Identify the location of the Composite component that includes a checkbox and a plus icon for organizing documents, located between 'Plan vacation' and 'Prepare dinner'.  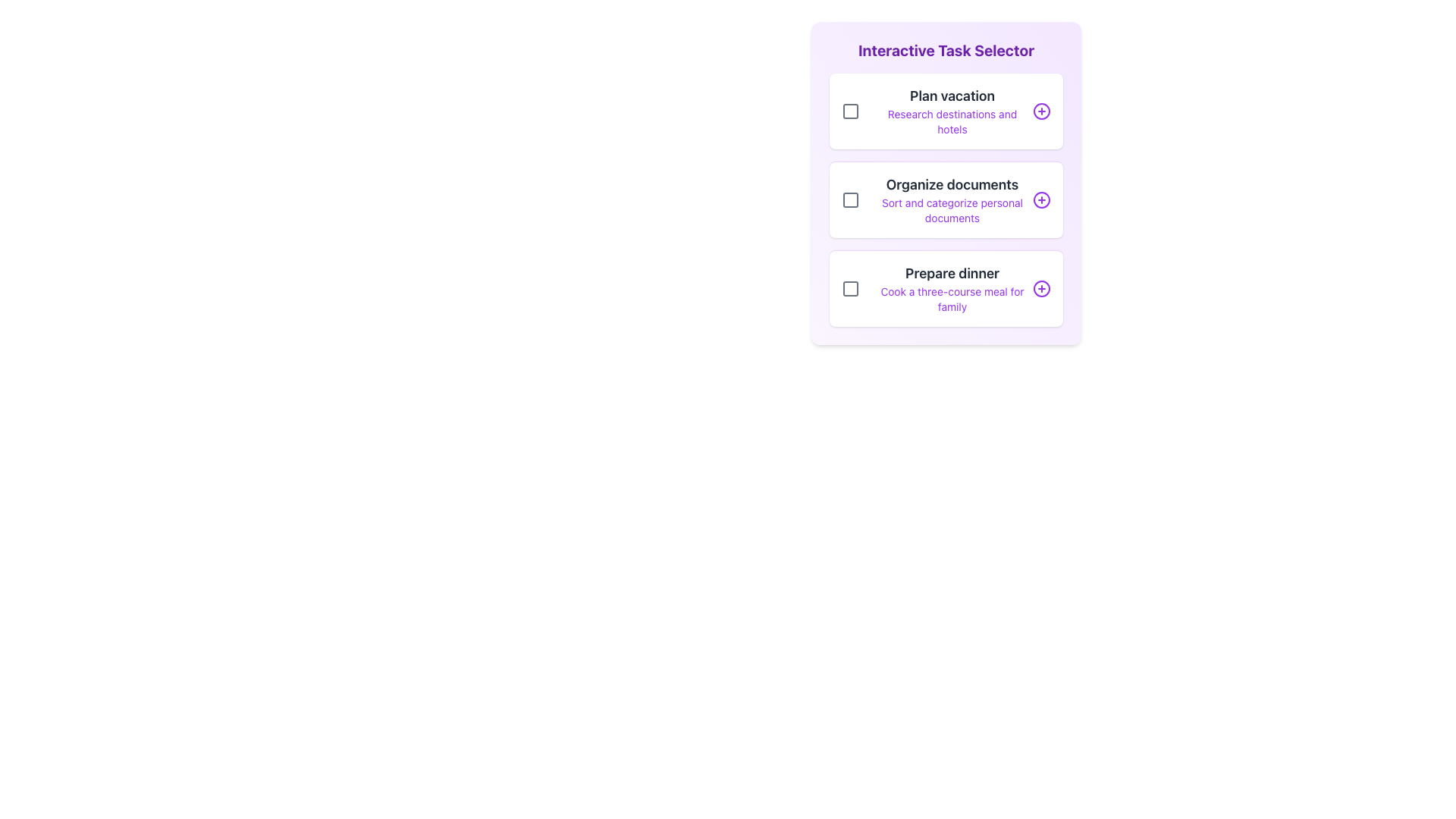
(937, 199).